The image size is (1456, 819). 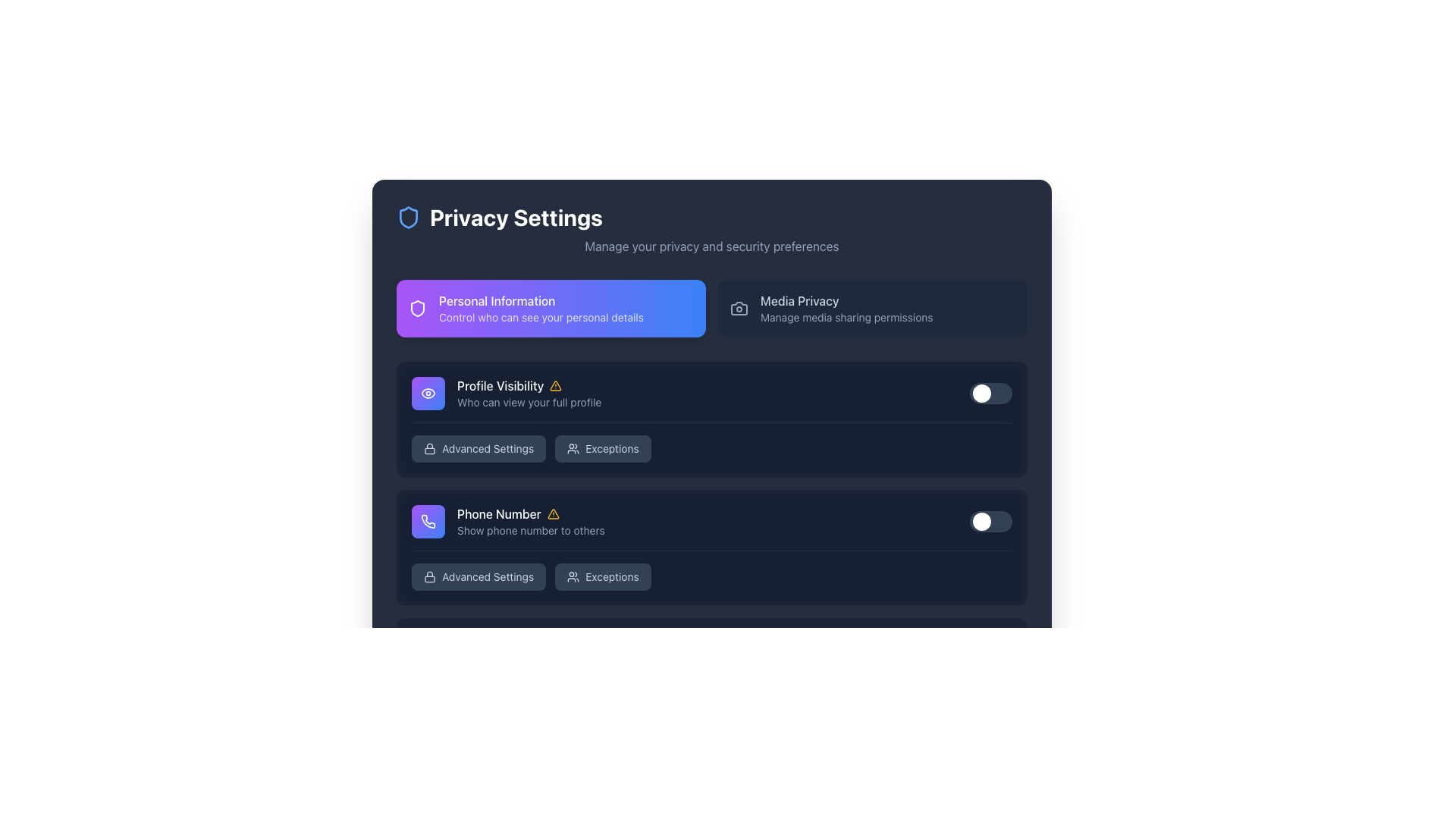 What do you see at coordinates (428, 777) in the screenshot?
I see `the map pin icon located at the bottom center of the interface, which is part of the privacy-related settings section` at bounding box center [428, 777].